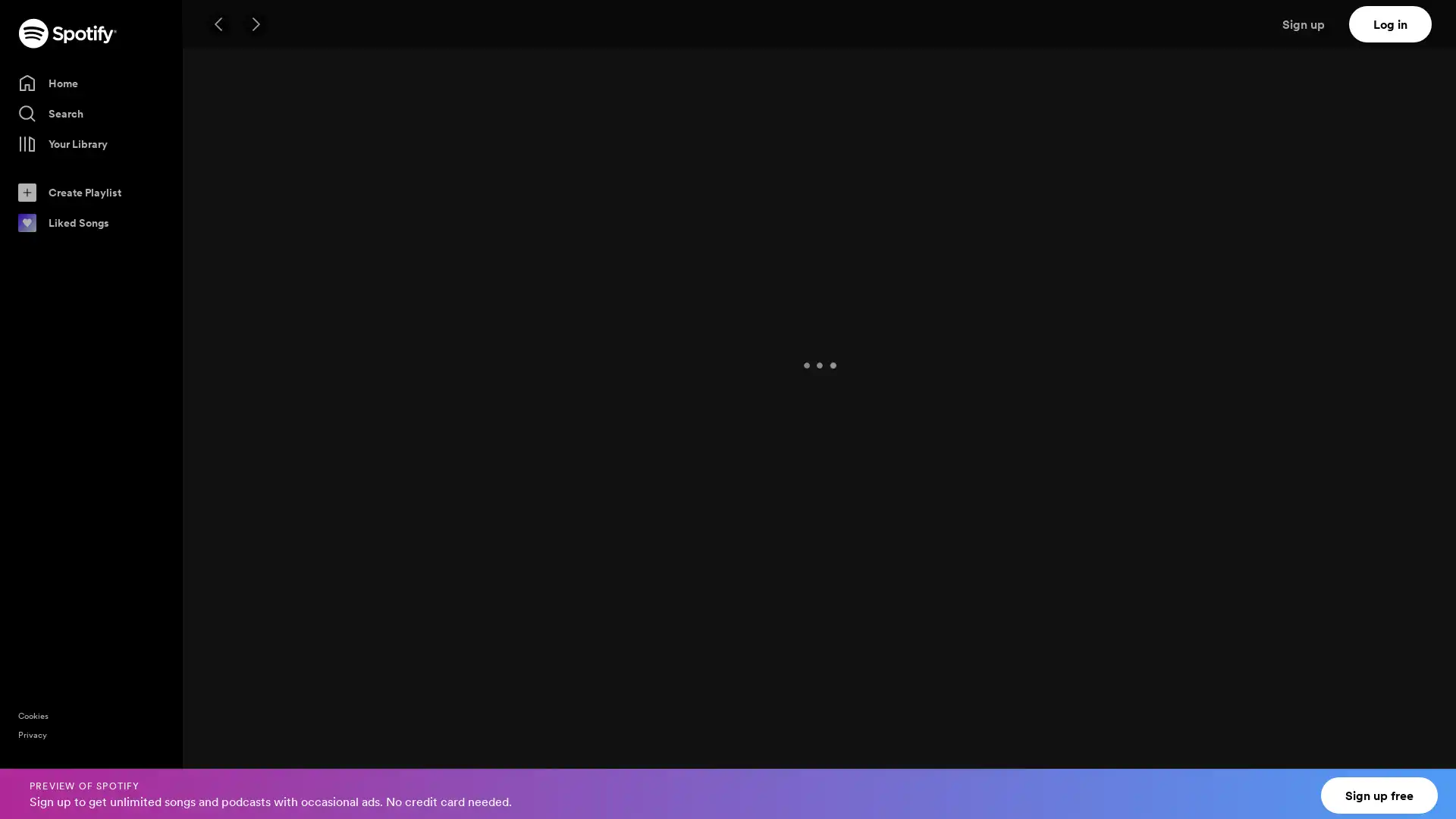 This screenshot has height=819, width=1456. What do you see at coordinates (773, 461) in the screenshot?
I see `Play lofi cafe` at bounding box center [773, 461].